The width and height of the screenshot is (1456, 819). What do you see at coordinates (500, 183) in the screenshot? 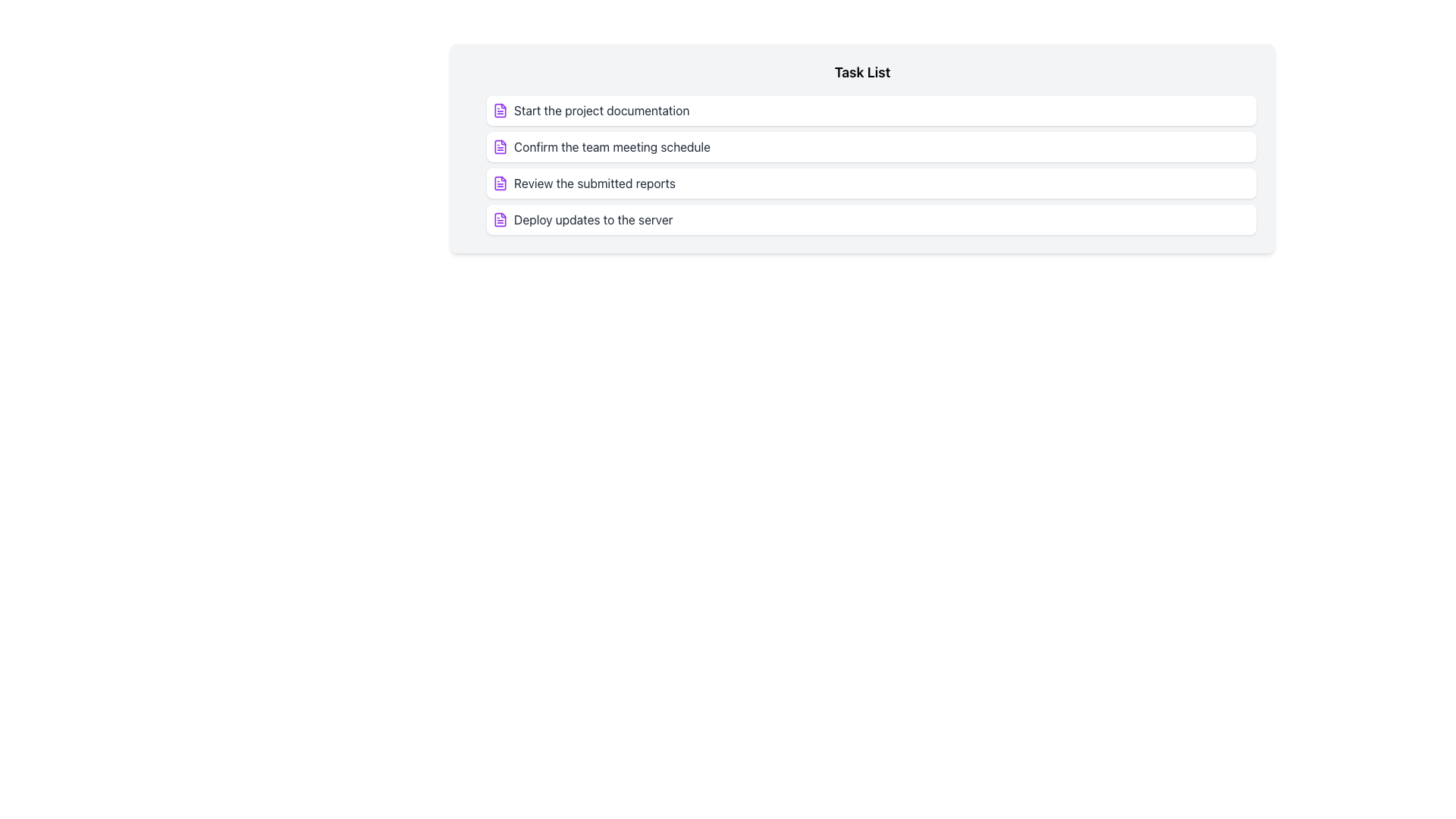
I see `the icon located in the third row of the task list, to the left of the text 'Review the submitted reports' for task identification` at bounding box center [500, 183].